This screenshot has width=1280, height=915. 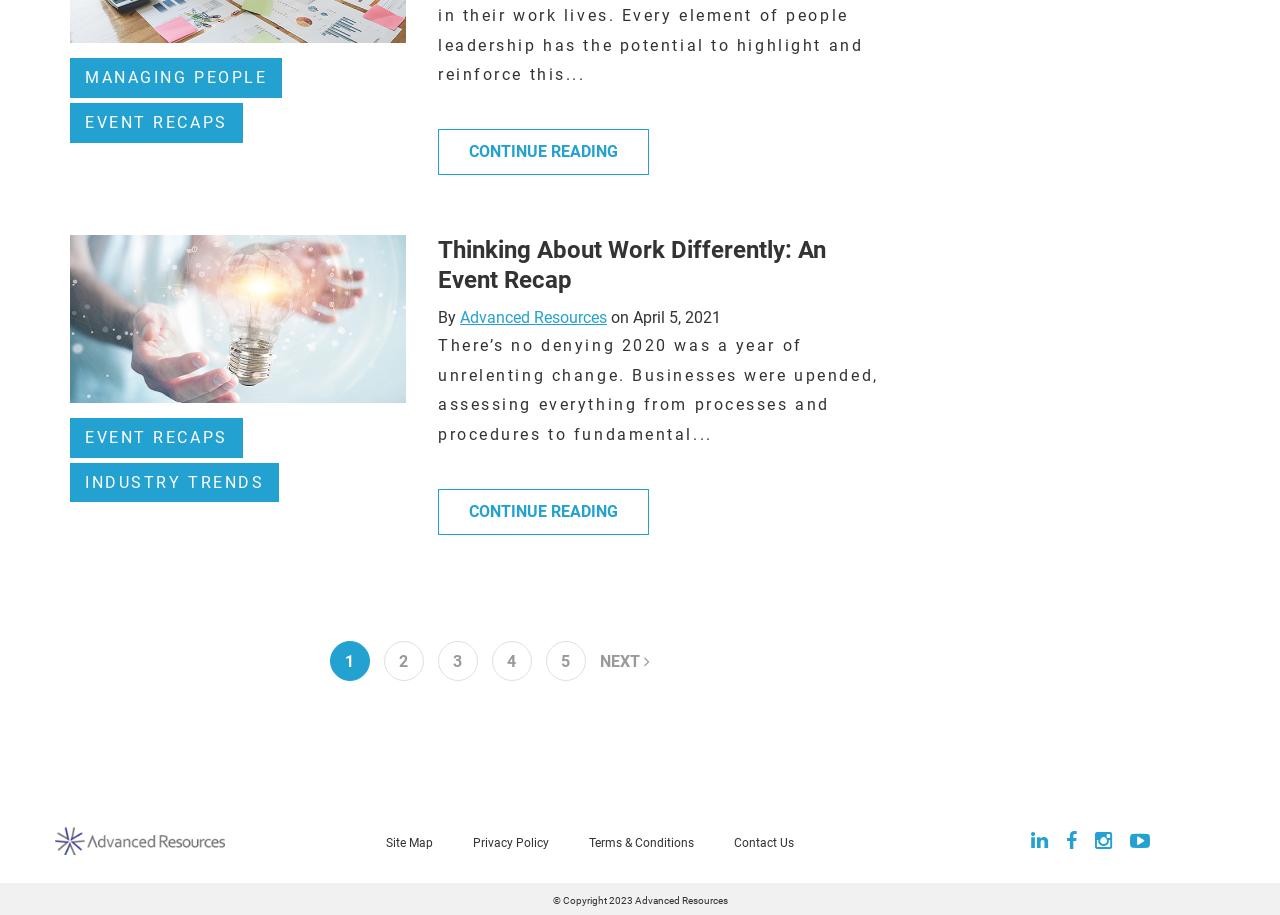 I want to click on 'Contact Us', so click(x=763, y=841).